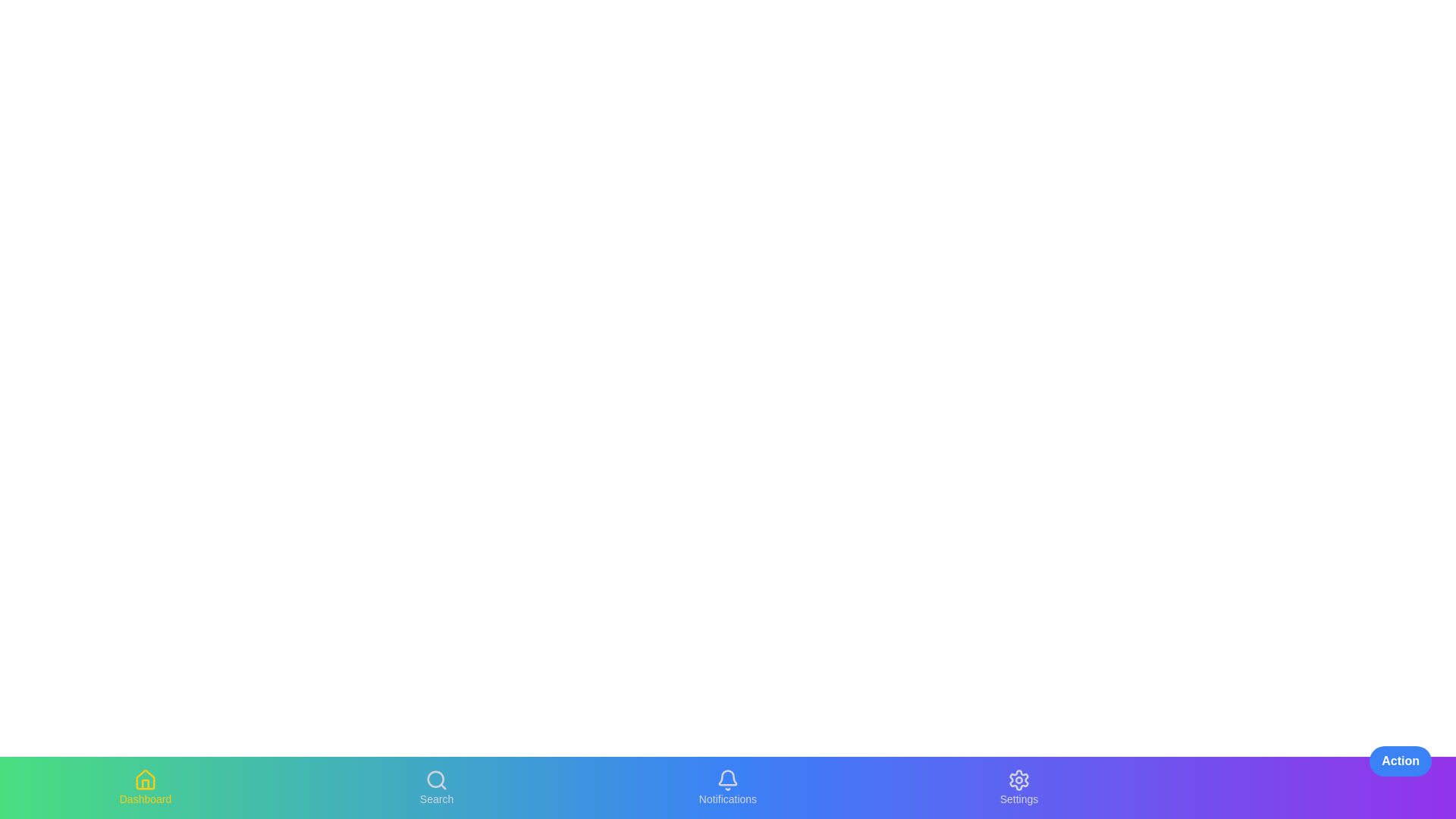 The height and width of the screenshot is (819, 1456). Describe the element at coordinates (146, 786) in the screenshot. I see `the navigation item labeled Dashboard` at that location.